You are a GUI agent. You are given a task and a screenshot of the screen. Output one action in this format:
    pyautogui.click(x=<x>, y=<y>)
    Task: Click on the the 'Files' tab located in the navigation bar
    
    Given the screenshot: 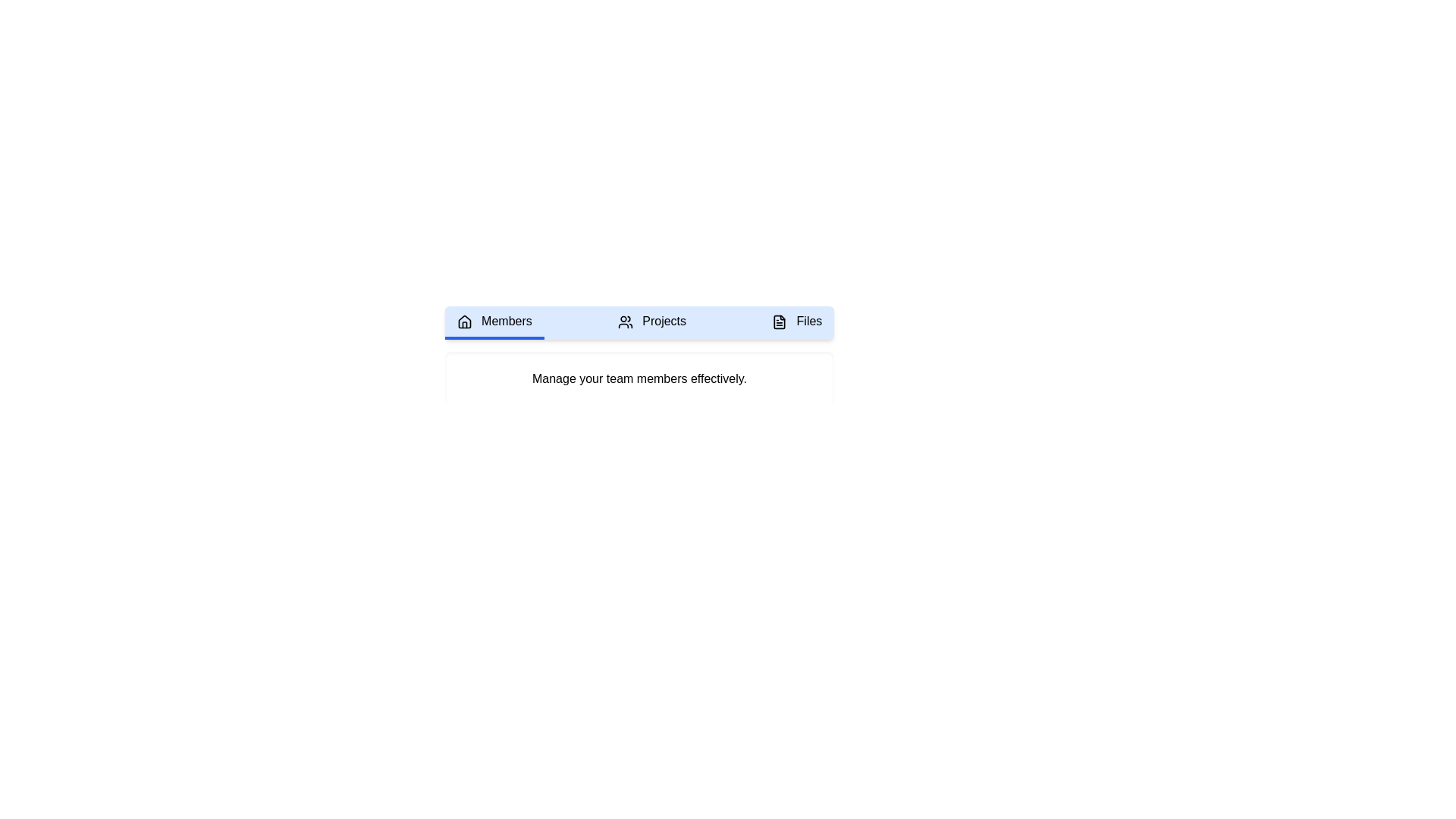 What is the action you would take?
    pyautogui.click(x=796, y=322)
    